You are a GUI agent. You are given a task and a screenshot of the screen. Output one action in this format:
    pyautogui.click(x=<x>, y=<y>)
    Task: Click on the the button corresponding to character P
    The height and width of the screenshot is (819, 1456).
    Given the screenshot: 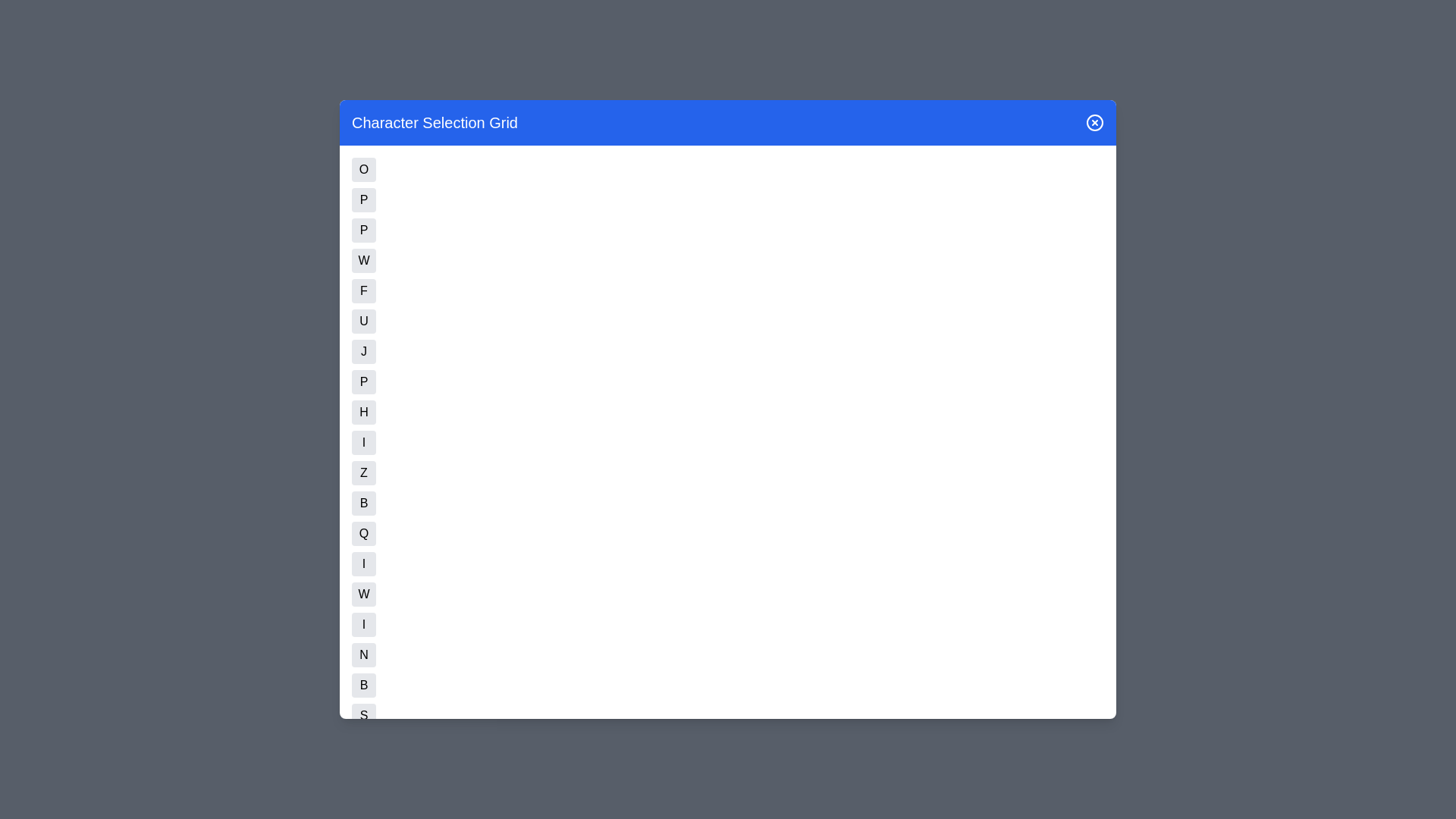 What is the action you would take?
    pyautogui.click(x=364, y=199)
    